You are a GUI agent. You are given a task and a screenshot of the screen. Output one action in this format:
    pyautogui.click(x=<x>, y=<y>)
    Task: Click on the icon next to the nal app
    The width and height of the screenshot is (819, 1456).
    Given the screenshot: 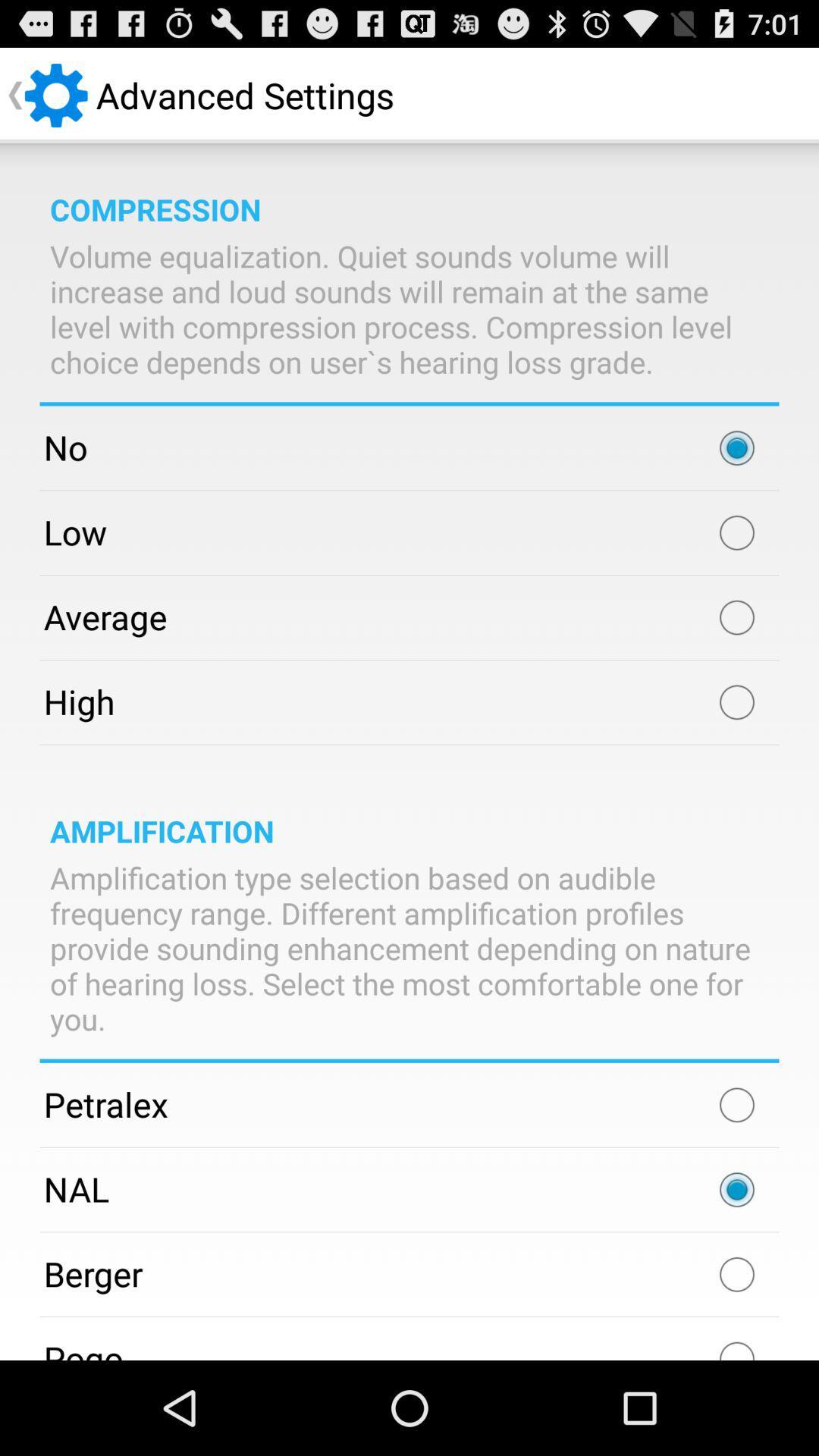 What is the action you would take?
    pyautogui.click(x=736, y=1189)
    